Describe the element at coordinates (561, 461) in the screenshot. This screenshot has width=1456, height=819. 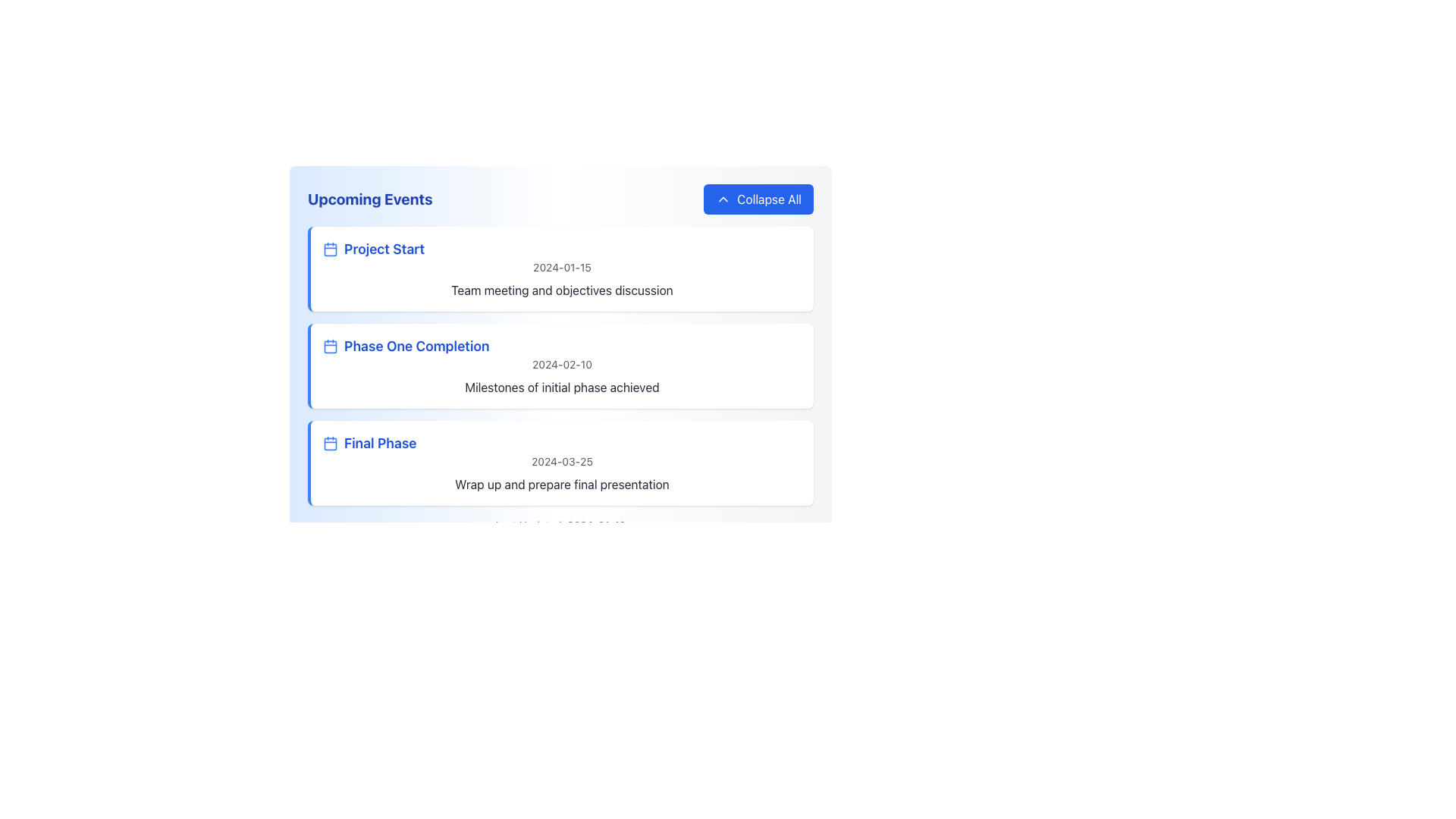
I see `the text element displaying the date '2024-03-25', which is located in the 'Final Phase' section of the event list` at that location.